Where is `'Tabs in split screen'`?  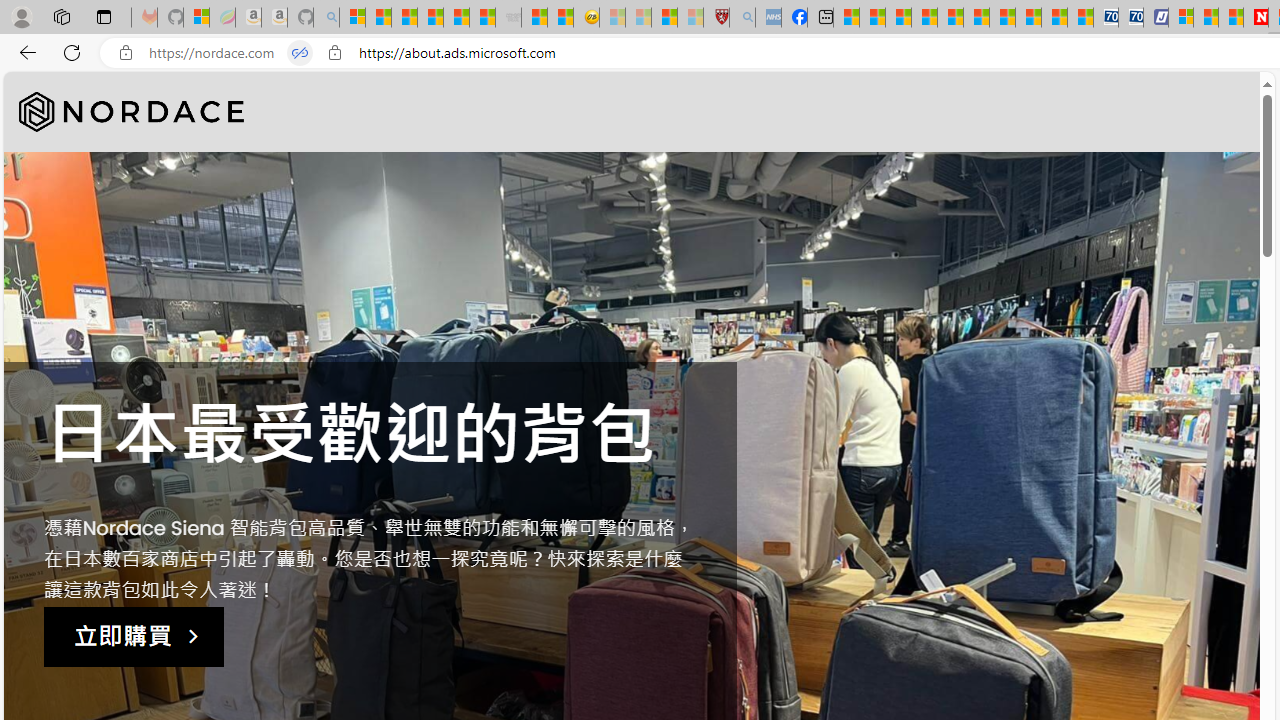 'Tabs in split screen' is located at coordinates (299, 52).